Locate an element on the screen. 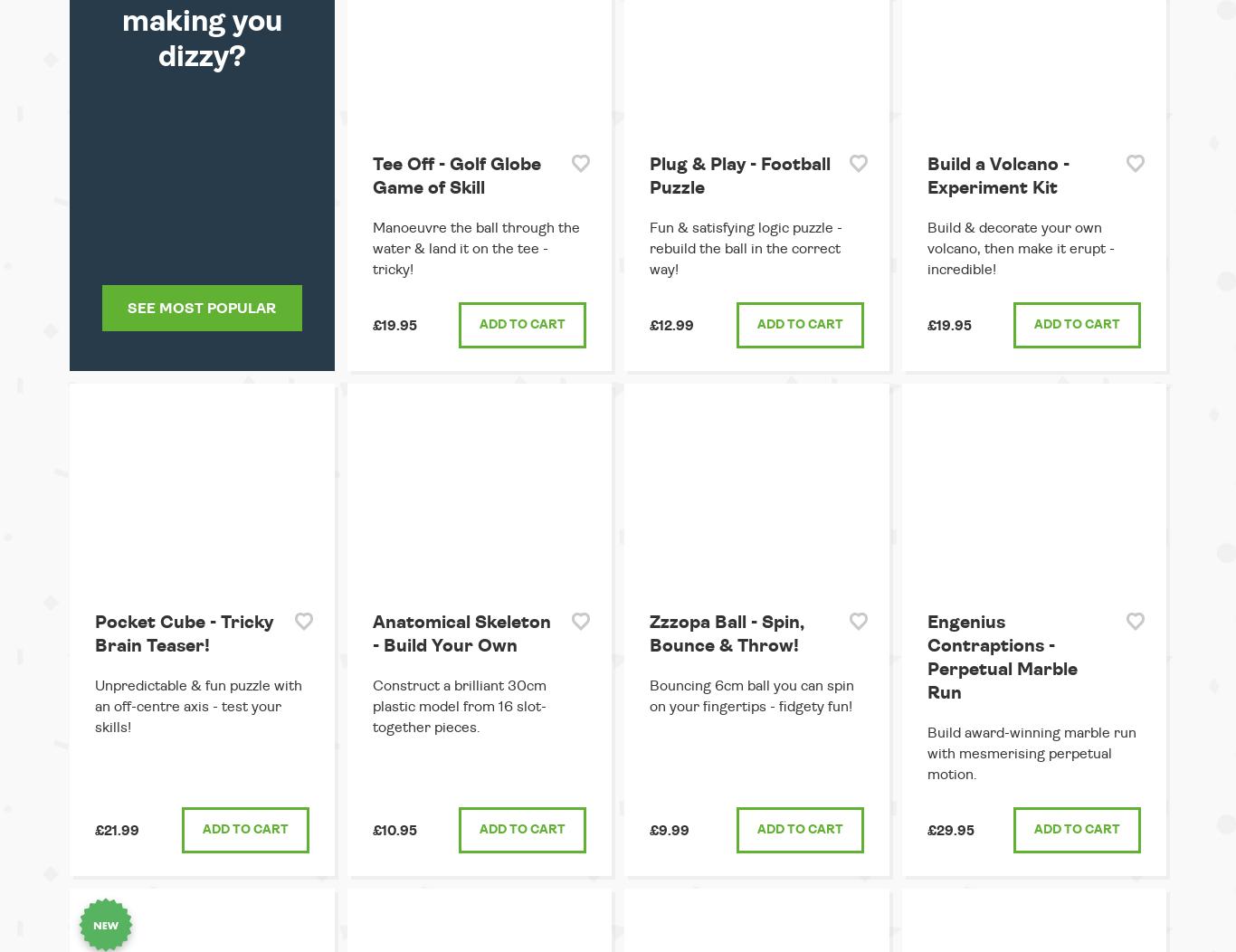 The image size is (1236, 952). 'Plug & Play - Football Puzzle' is located at coordinates (649, 176).